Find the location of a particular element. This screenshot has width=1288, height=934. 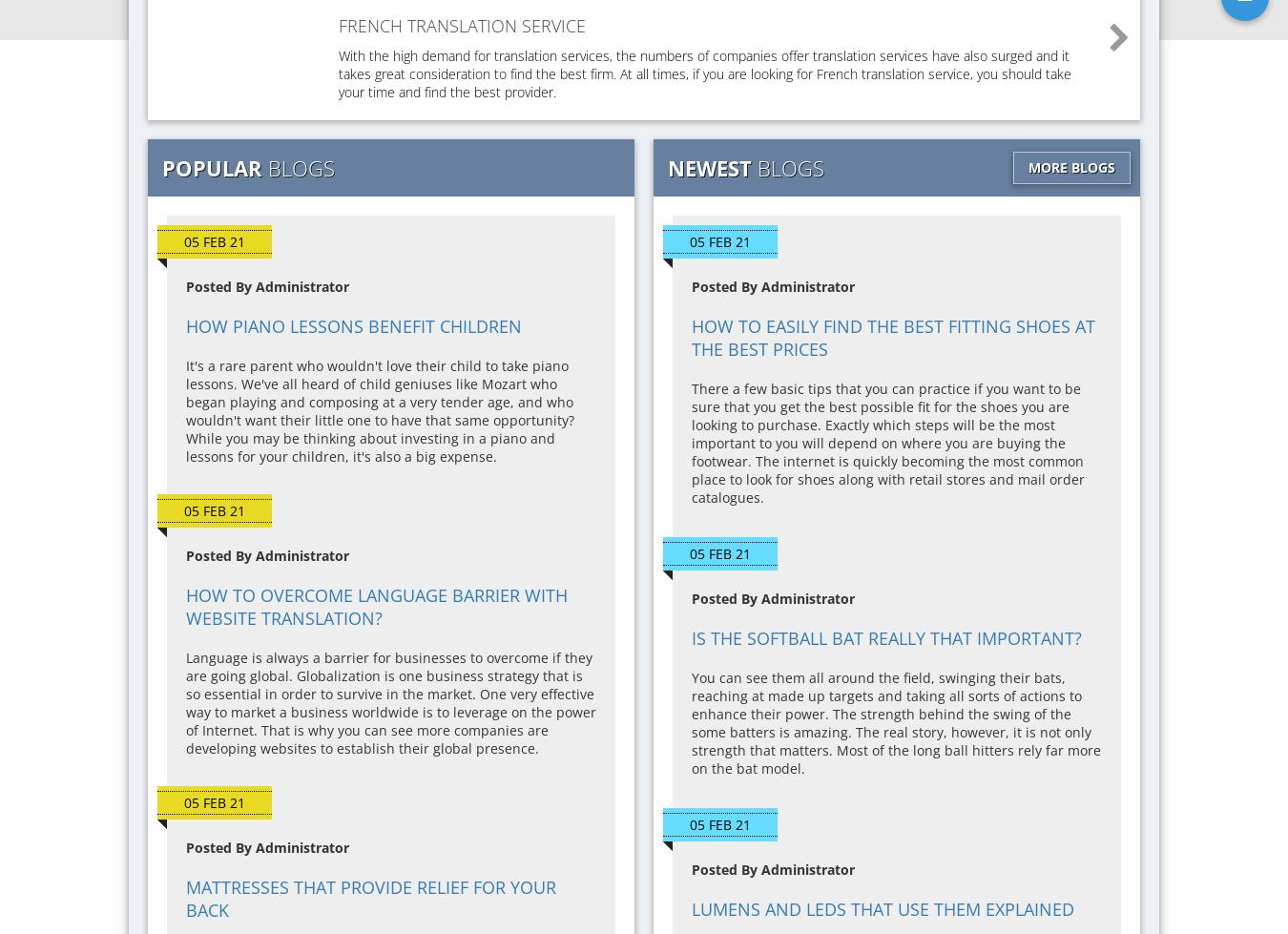

'Is the Softball Bat Really That Important?' is located at coordinates (690, 635).